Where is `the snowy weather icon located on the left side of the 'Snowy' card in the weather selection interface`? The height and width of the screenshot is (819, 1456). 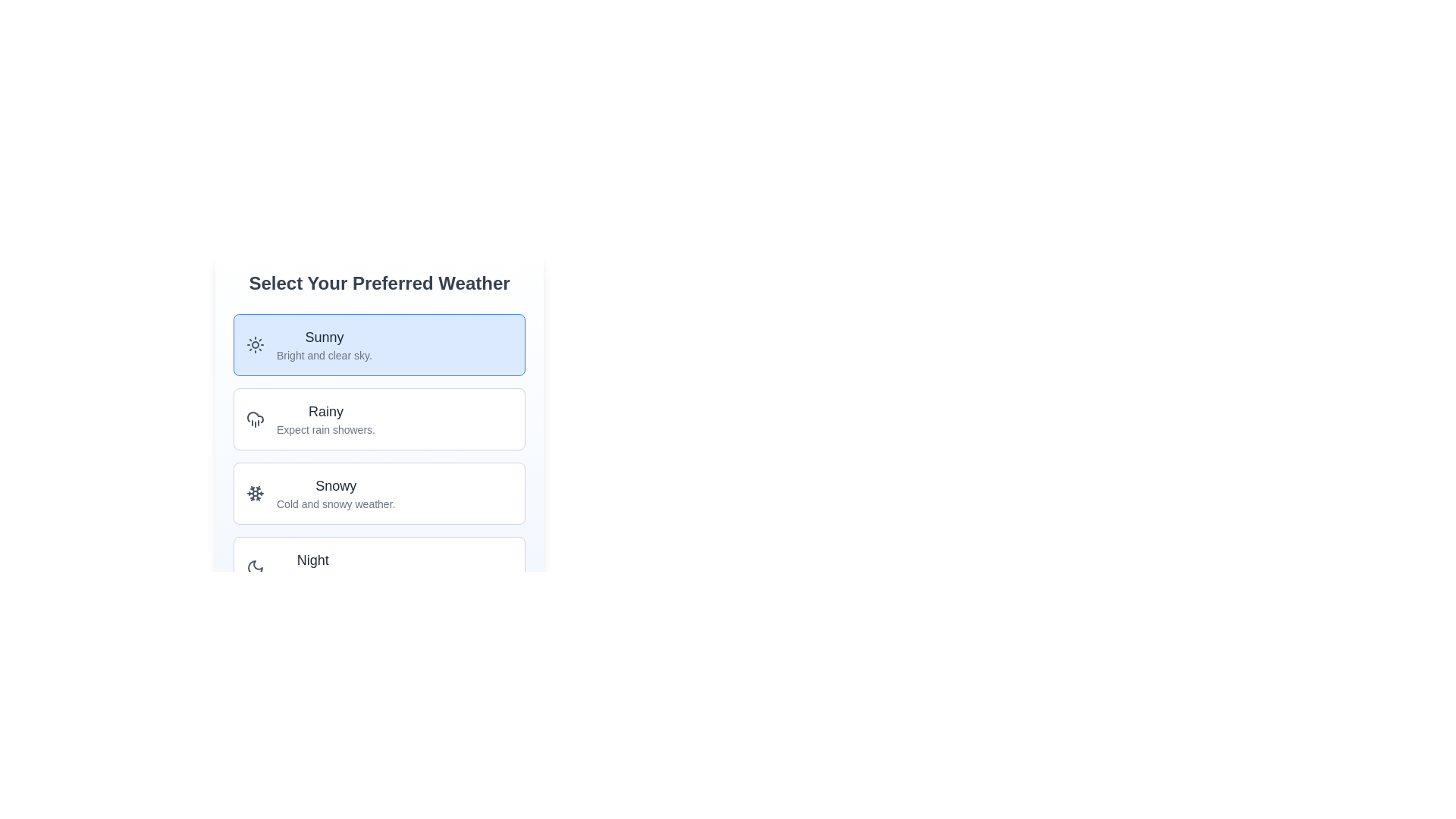 the snowy weather icon located on the left side of the 'Snowy' card in the weather selection interface is located at coordinates (255, 494).